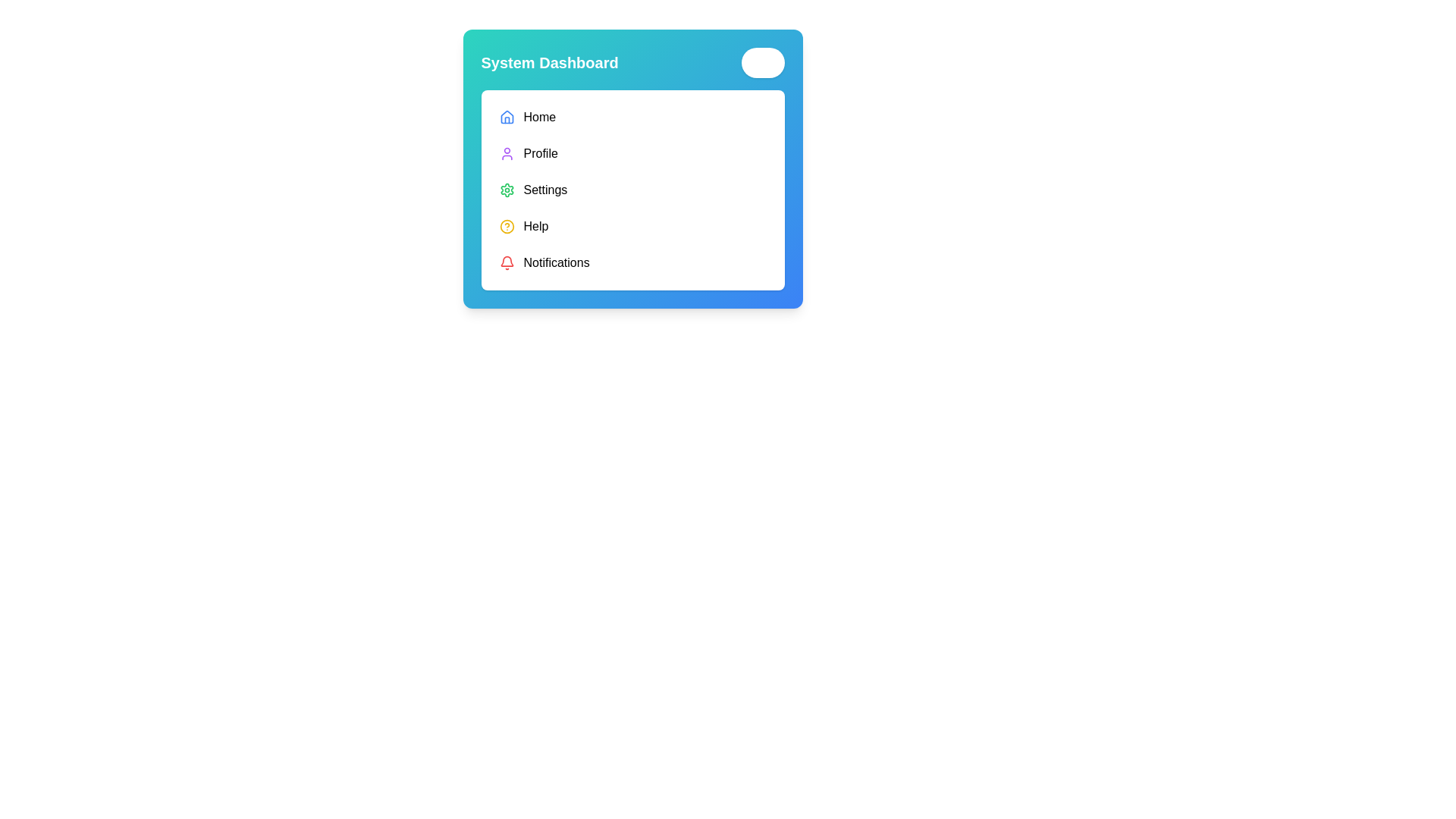 Image resolution: width=1456 pixels, height=819 pixels. I want to click on the last navigation item in the vertically stacked menu under 'Help', so click(632, 262).